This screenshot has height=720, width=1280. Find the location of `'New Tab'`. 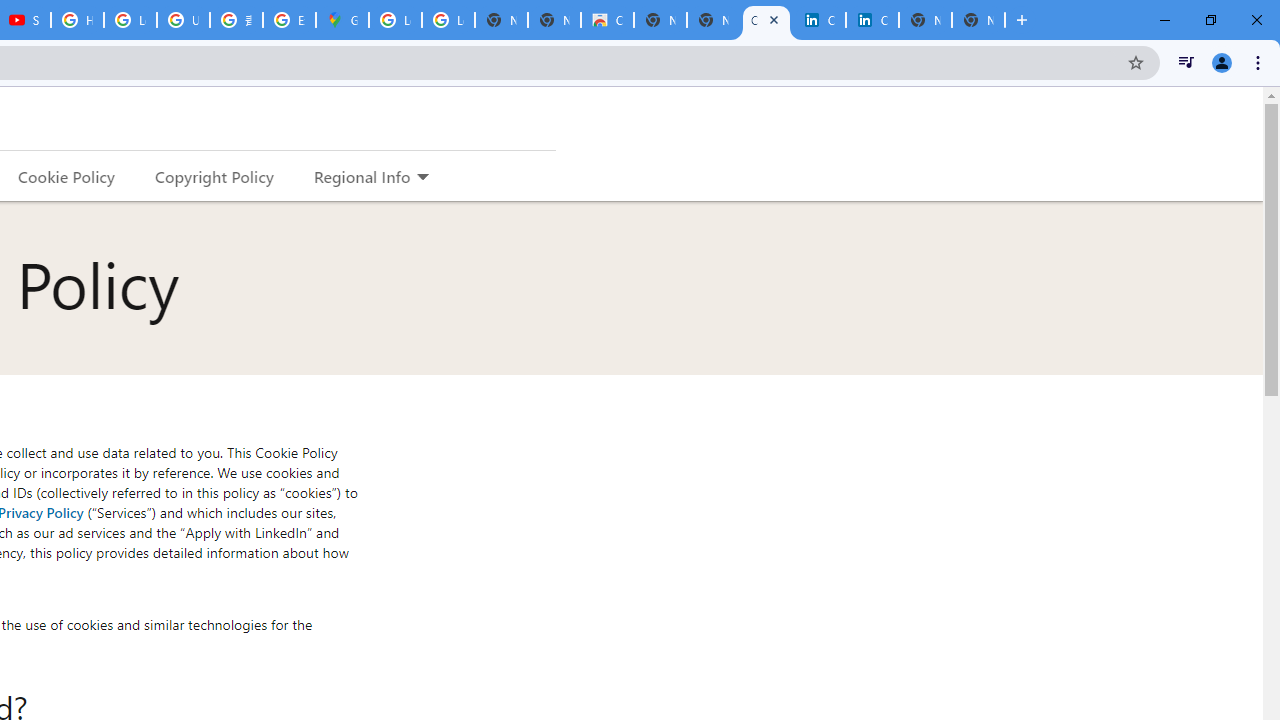

'New Tab' is located at coordinates (978, 20).